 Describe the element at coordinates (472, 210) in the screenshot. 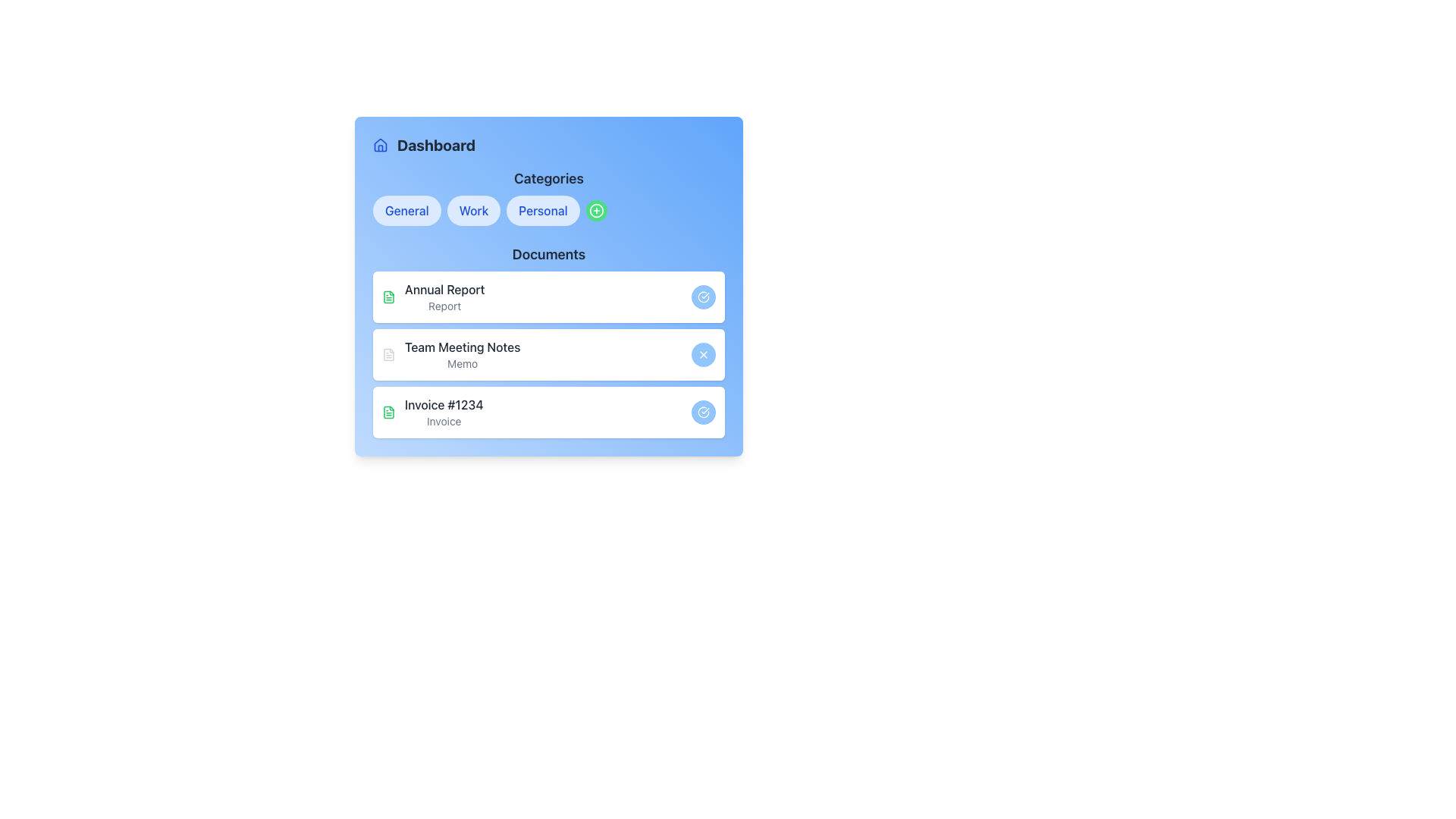

I see `the pill-shaped button labeled 'Work' with a blue background` at that location.